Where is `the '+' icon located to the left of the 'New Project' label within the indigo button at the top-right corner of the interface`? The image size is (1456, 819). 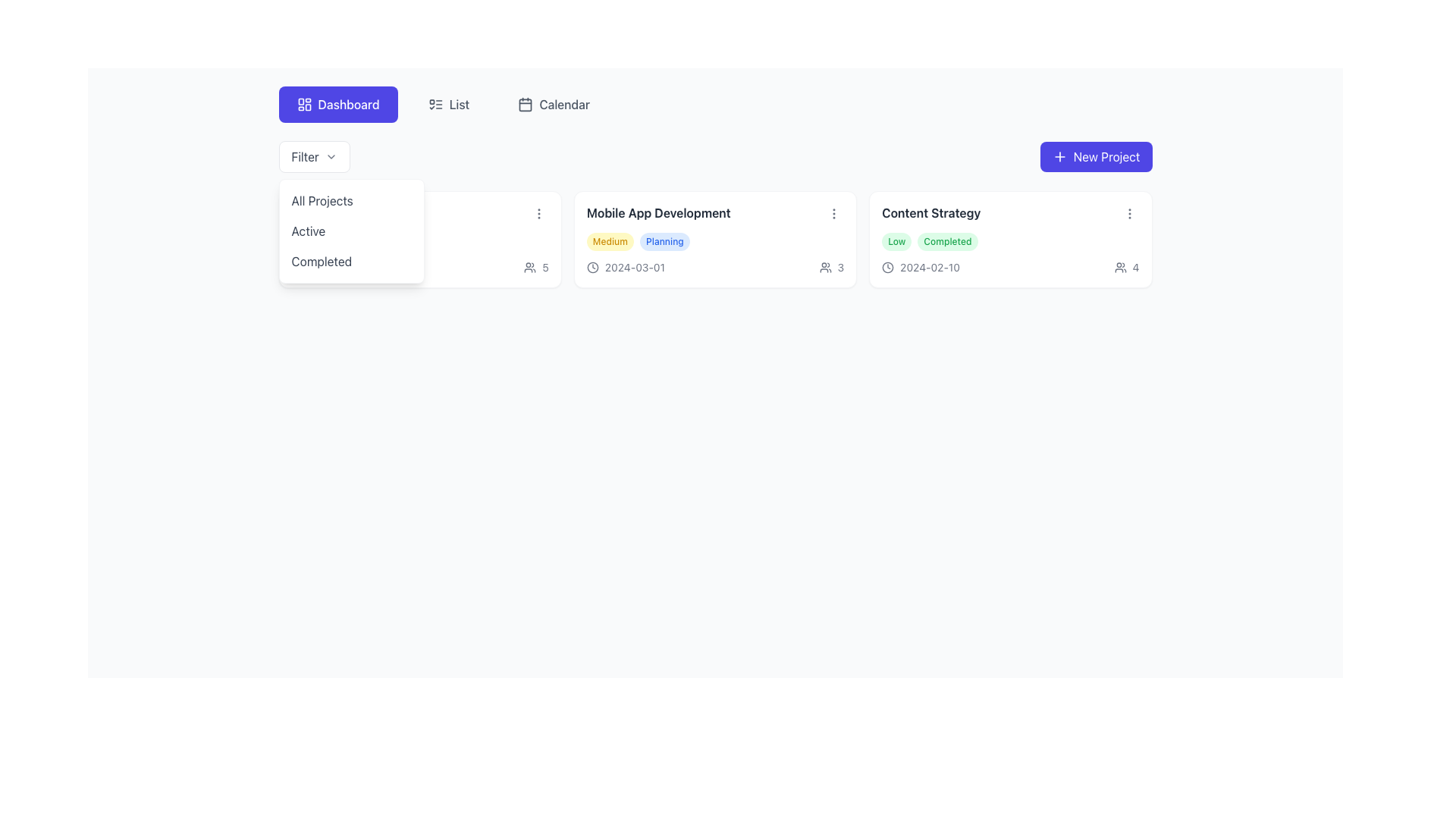 the '+' icon located to the left of the 'New Project' label within the indigo button at the top-right corner of the interface is located at coordinates (1059, 157).